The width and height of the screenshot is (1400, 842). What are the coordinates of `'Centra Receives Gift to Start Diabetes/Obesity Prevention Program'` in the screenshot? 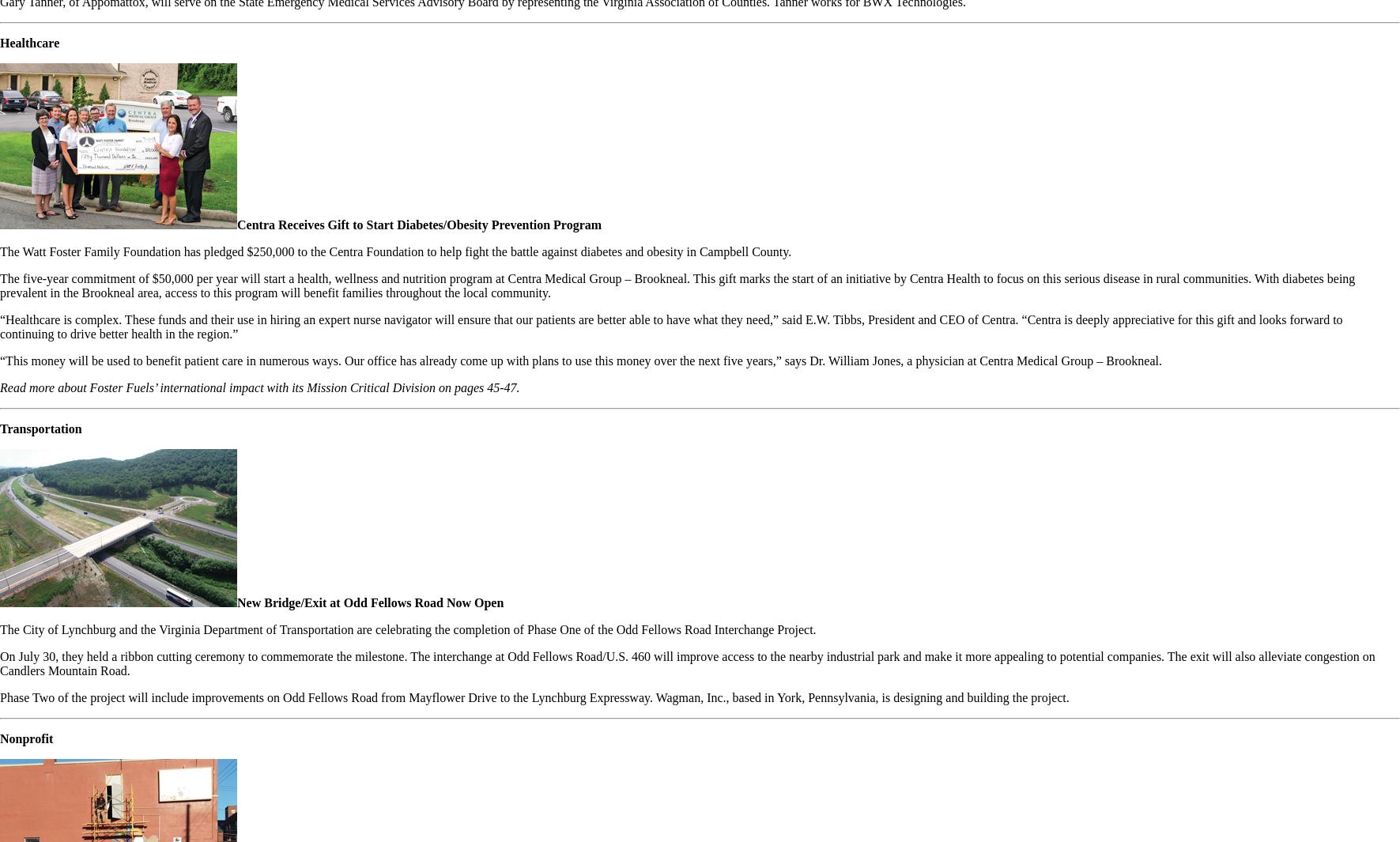 It's located at (236, 224).